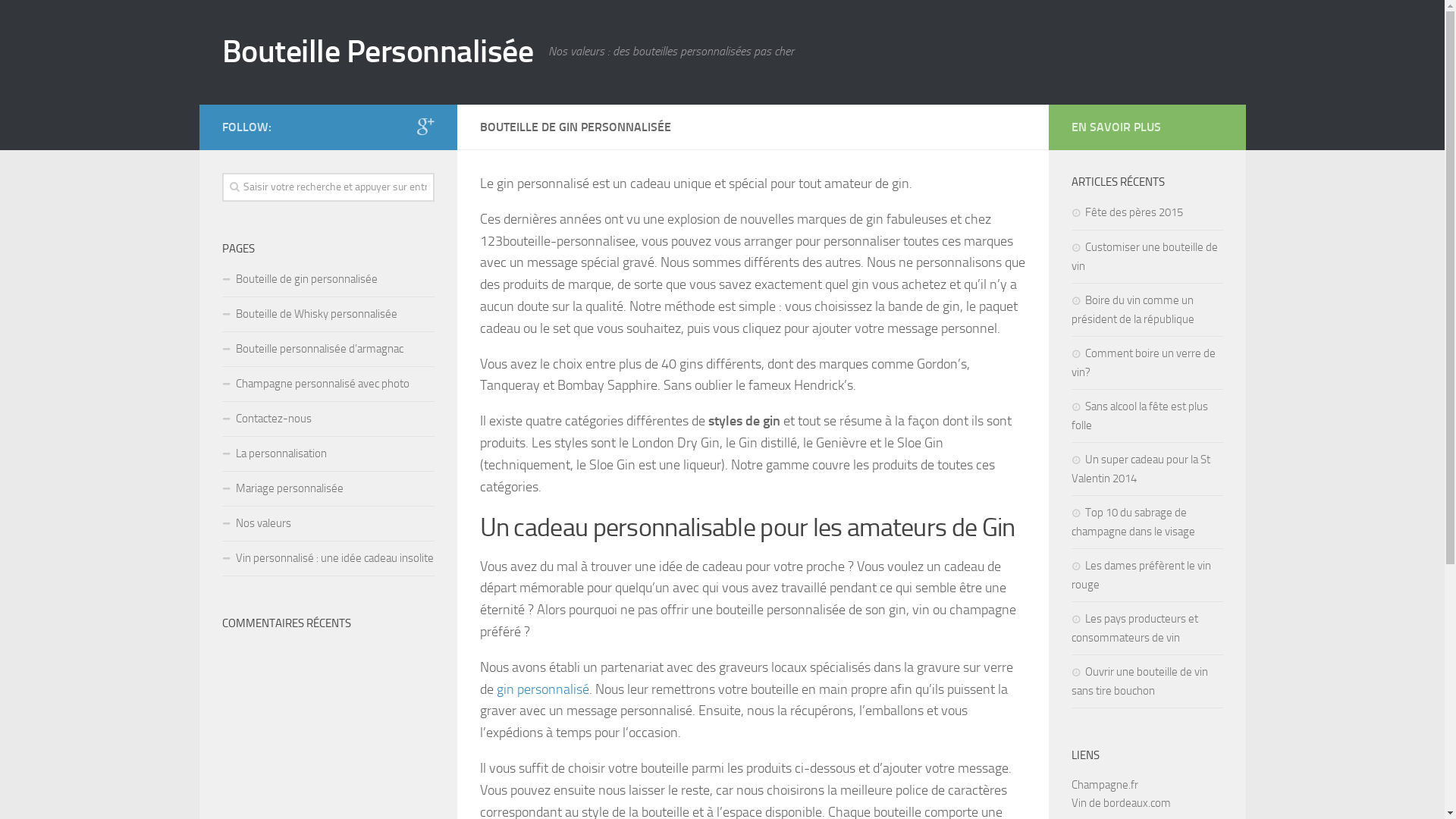 This screenshot has width=1456, height=819. What do you see at coordinates (1144, 256) in the screenshot?
I see `'Customiser une bouteille de vin'` at bounding box center [1144, 256].